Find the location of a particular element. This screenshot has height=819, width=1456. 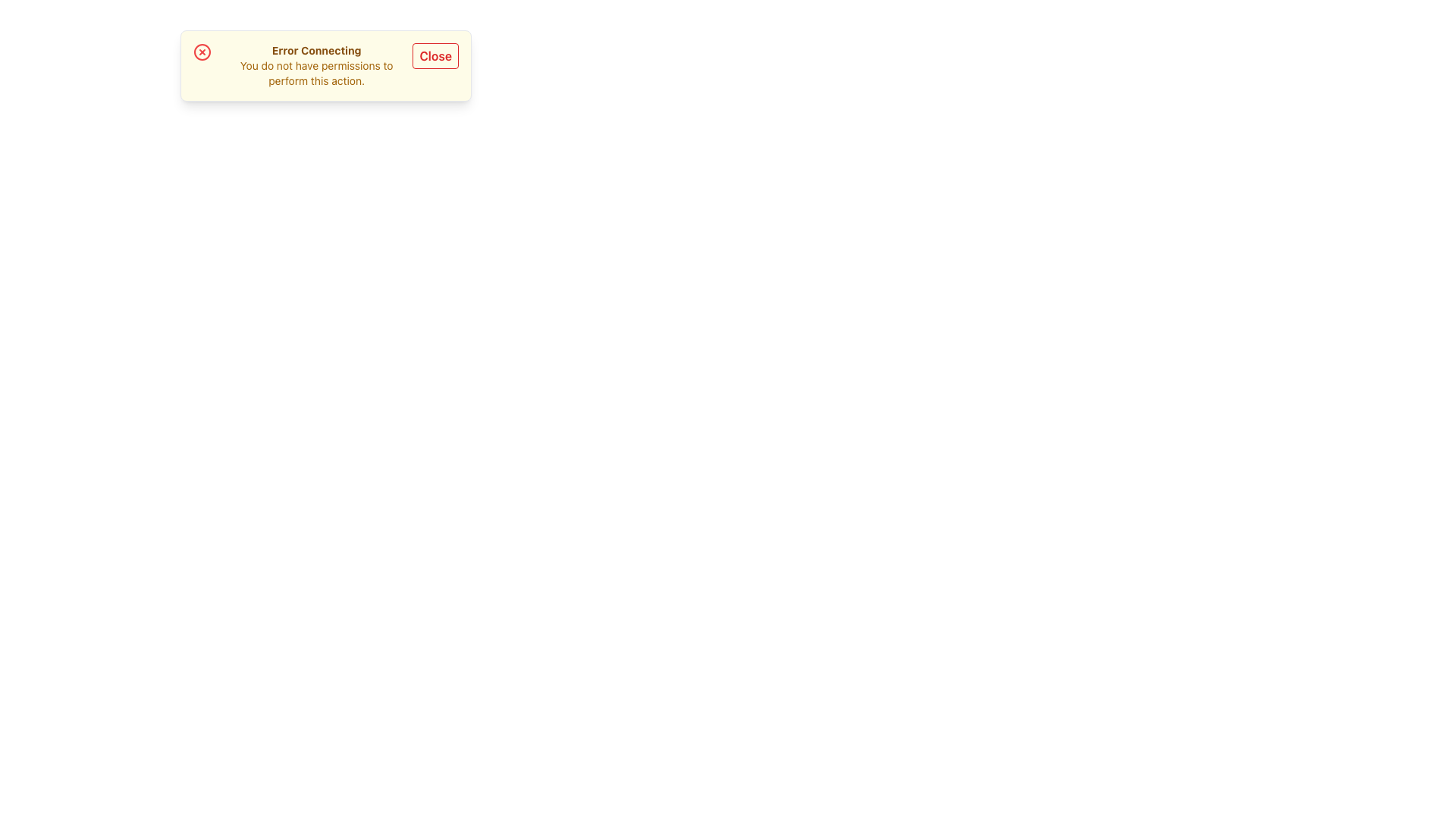

the text label that displays the message 'You do not have permissions to perform this action.' which is styled in small yellow font and is located below the bolded heading 'Error Connecting' within a notification box is located at coordinates (315, 73).